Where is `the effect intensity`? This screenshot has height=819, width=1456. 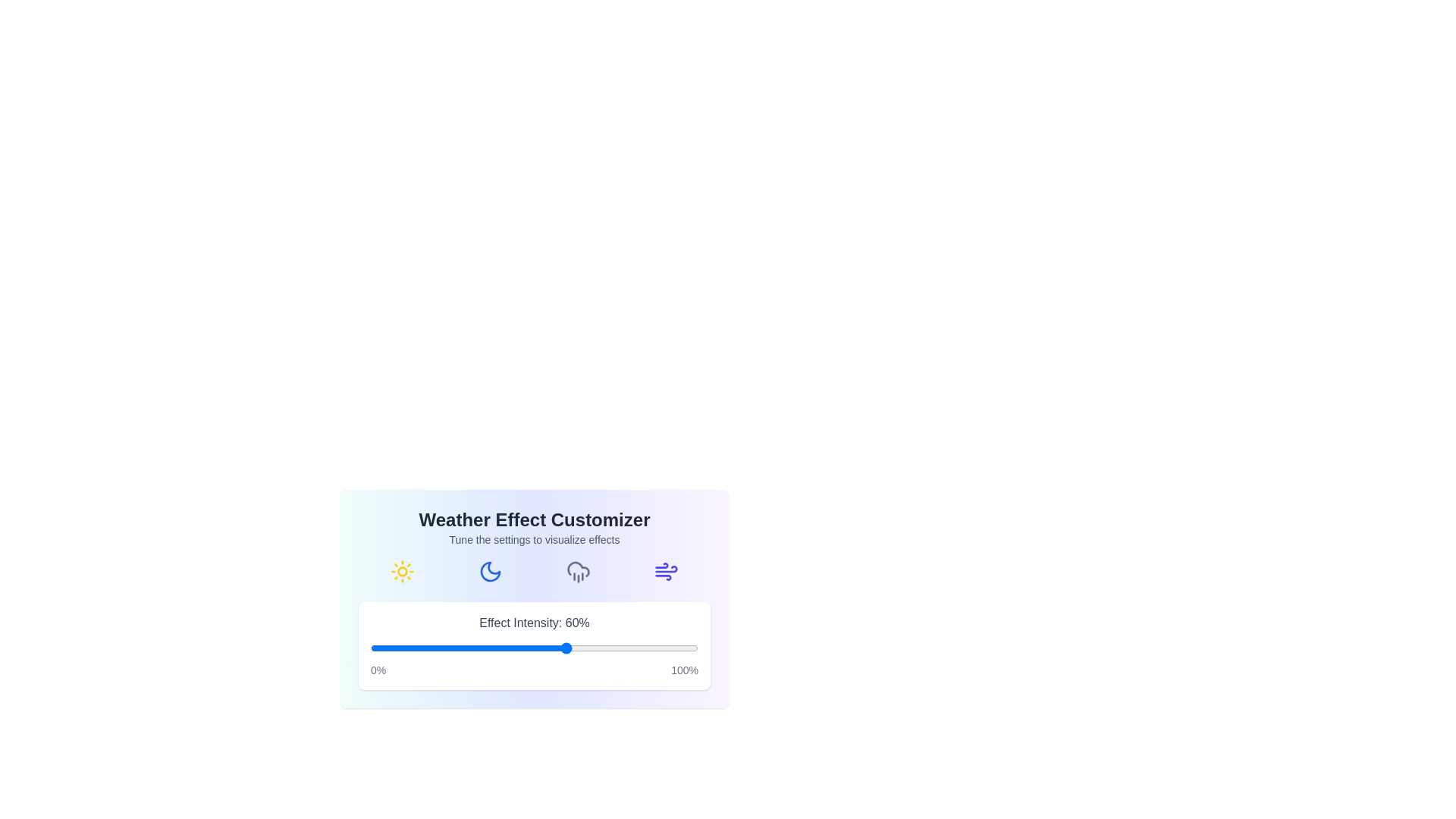 the effect intensity is located at coordinates (602, 648).